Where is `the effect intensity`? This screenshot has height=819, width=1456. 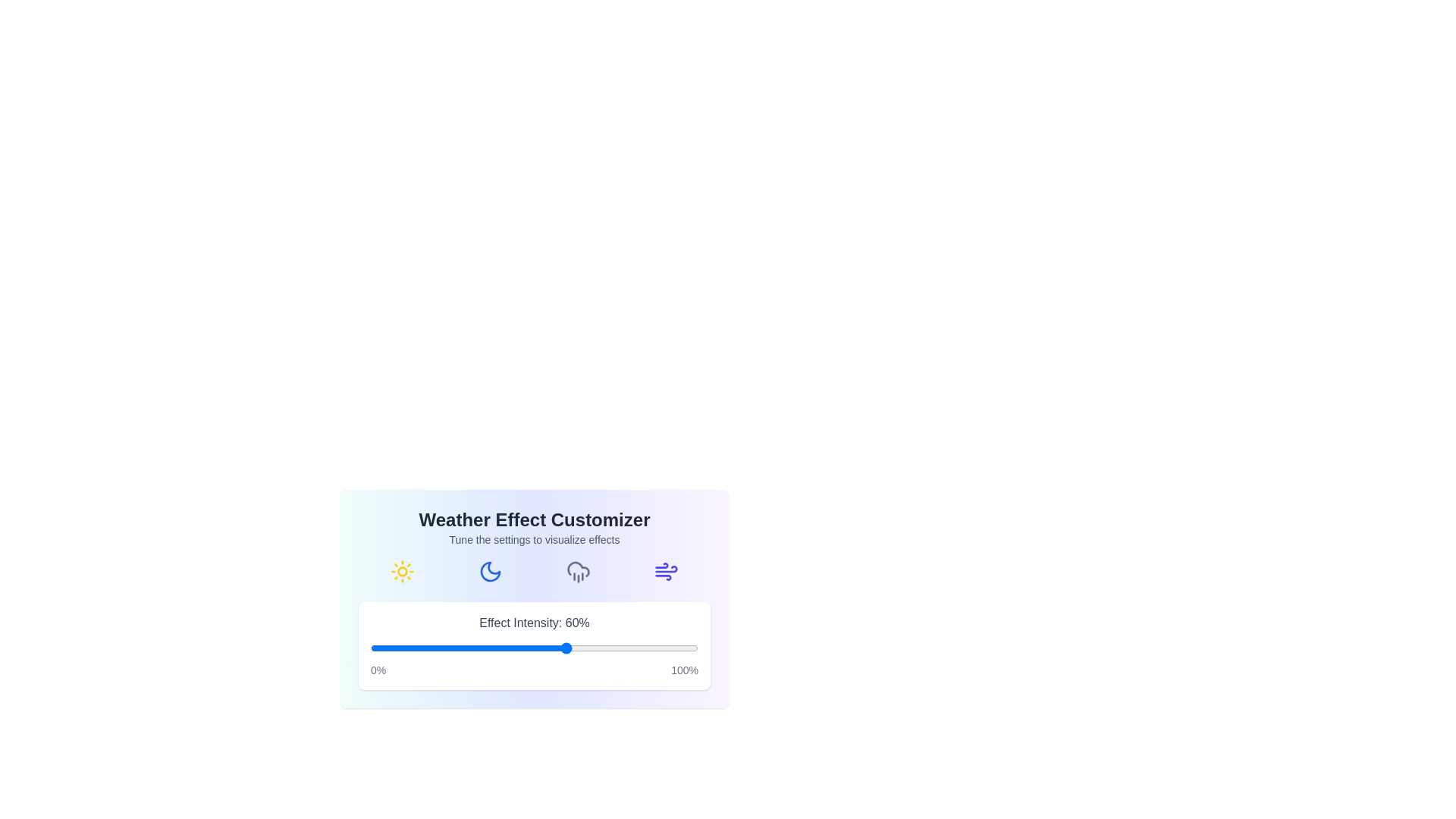 the effect intensity is located at coordinates (602, 648).